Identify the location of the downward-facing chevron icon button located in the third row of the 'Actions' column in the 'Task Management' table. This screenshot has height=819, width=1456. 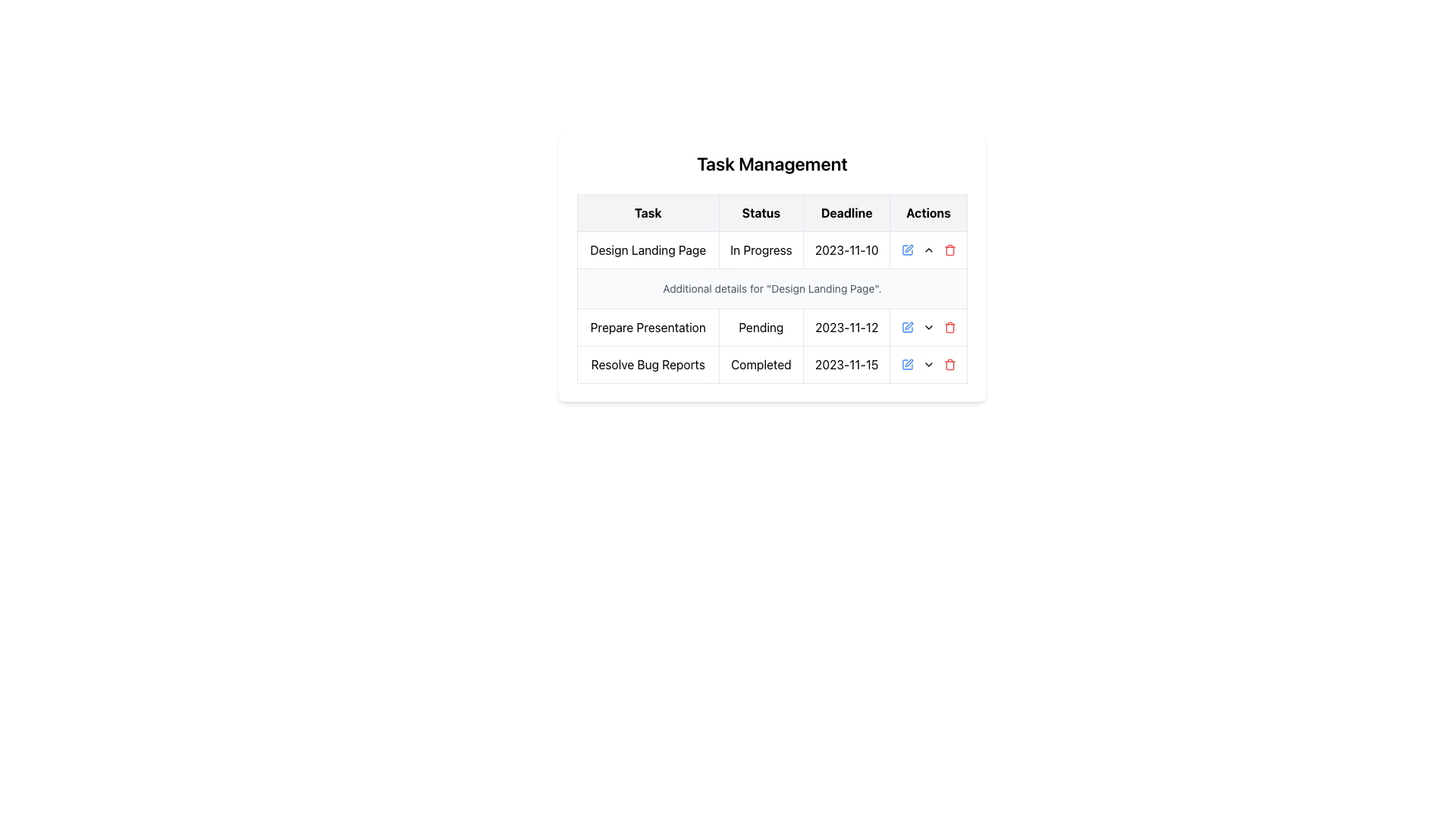
(927, 327).